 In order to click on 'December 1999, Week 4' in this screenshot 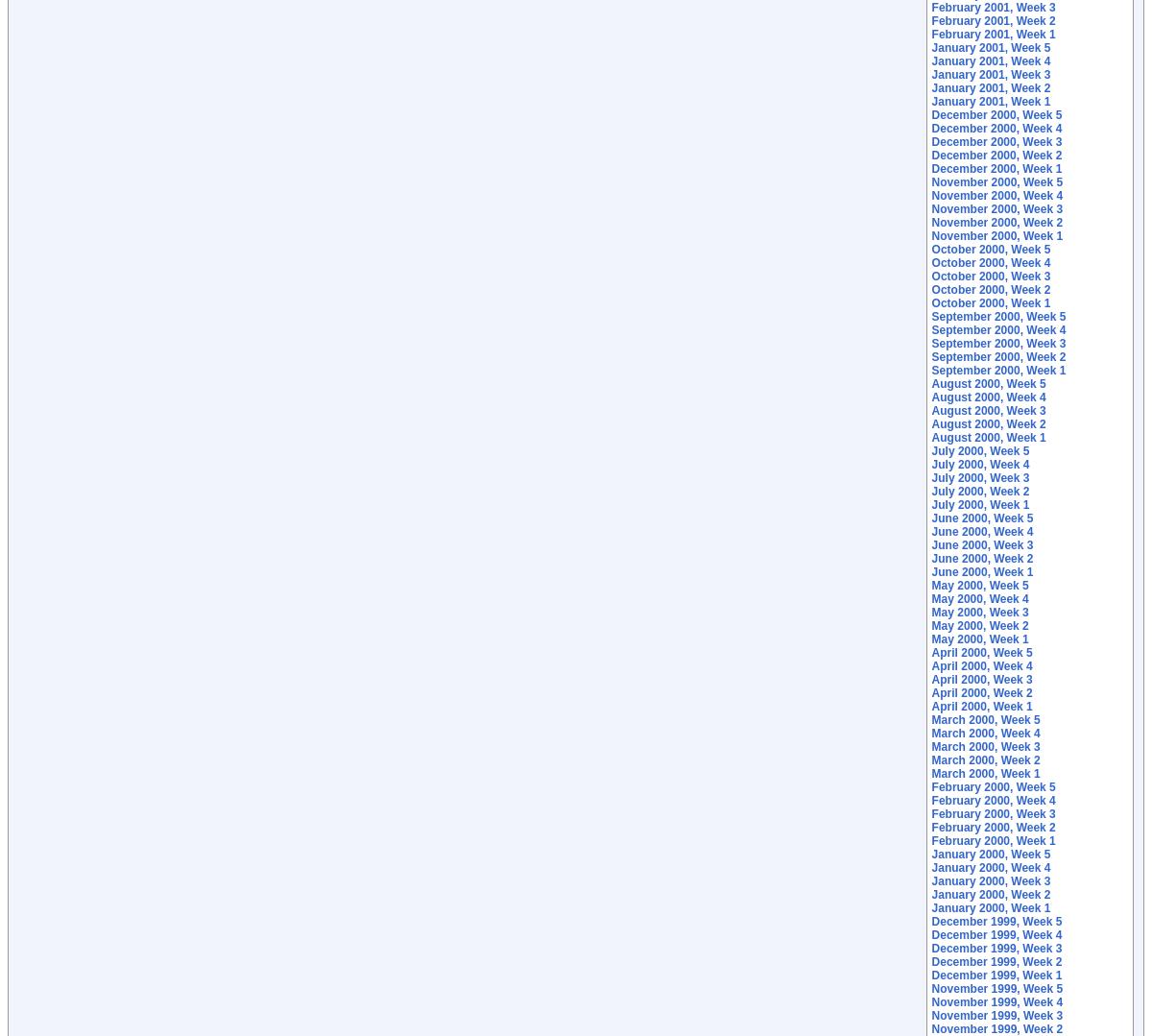, I will do `click(996, 934)`.